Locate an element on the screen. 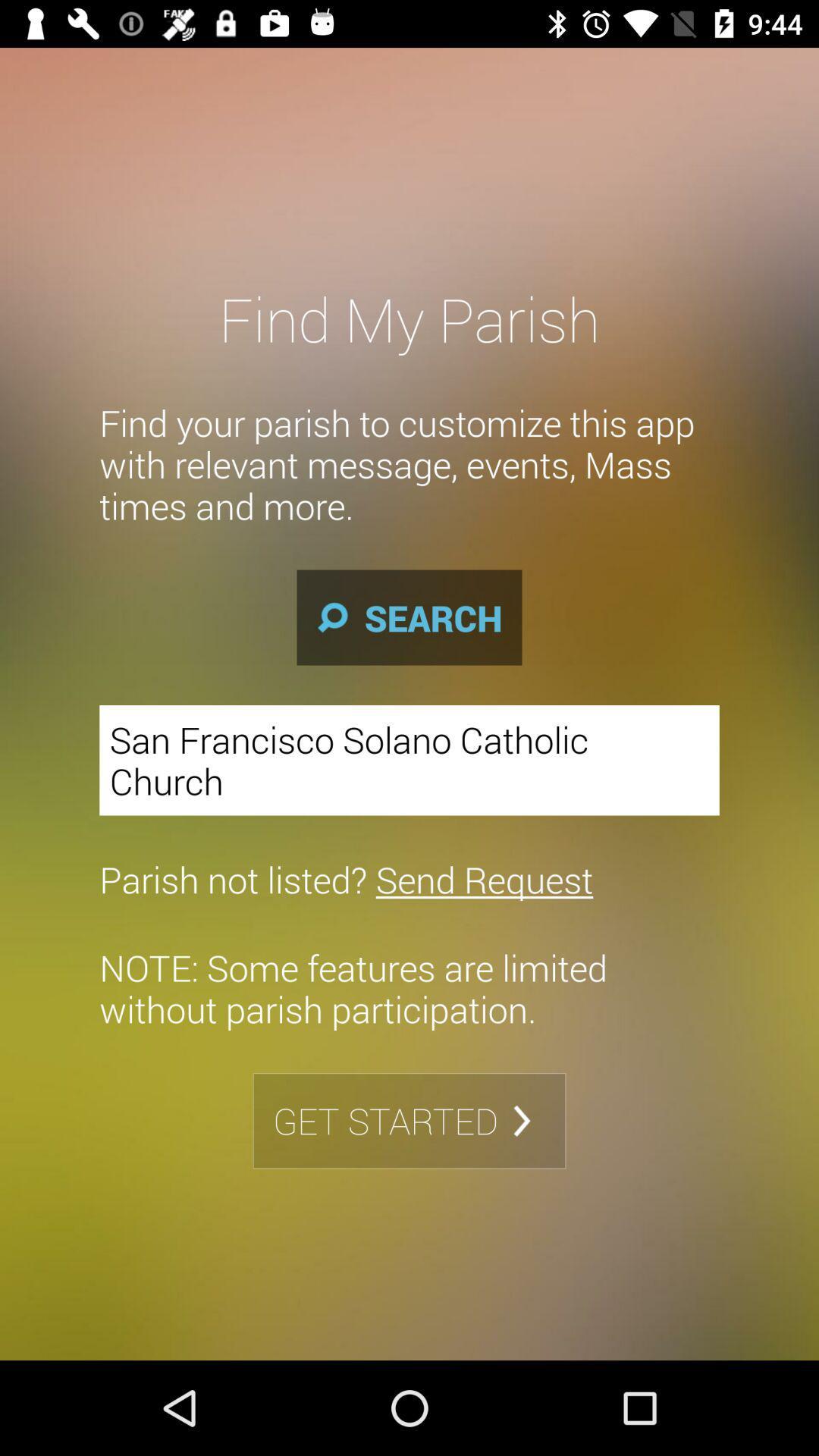 The image size is (819, 1456). the search icon is located at coordinates (409, 617).